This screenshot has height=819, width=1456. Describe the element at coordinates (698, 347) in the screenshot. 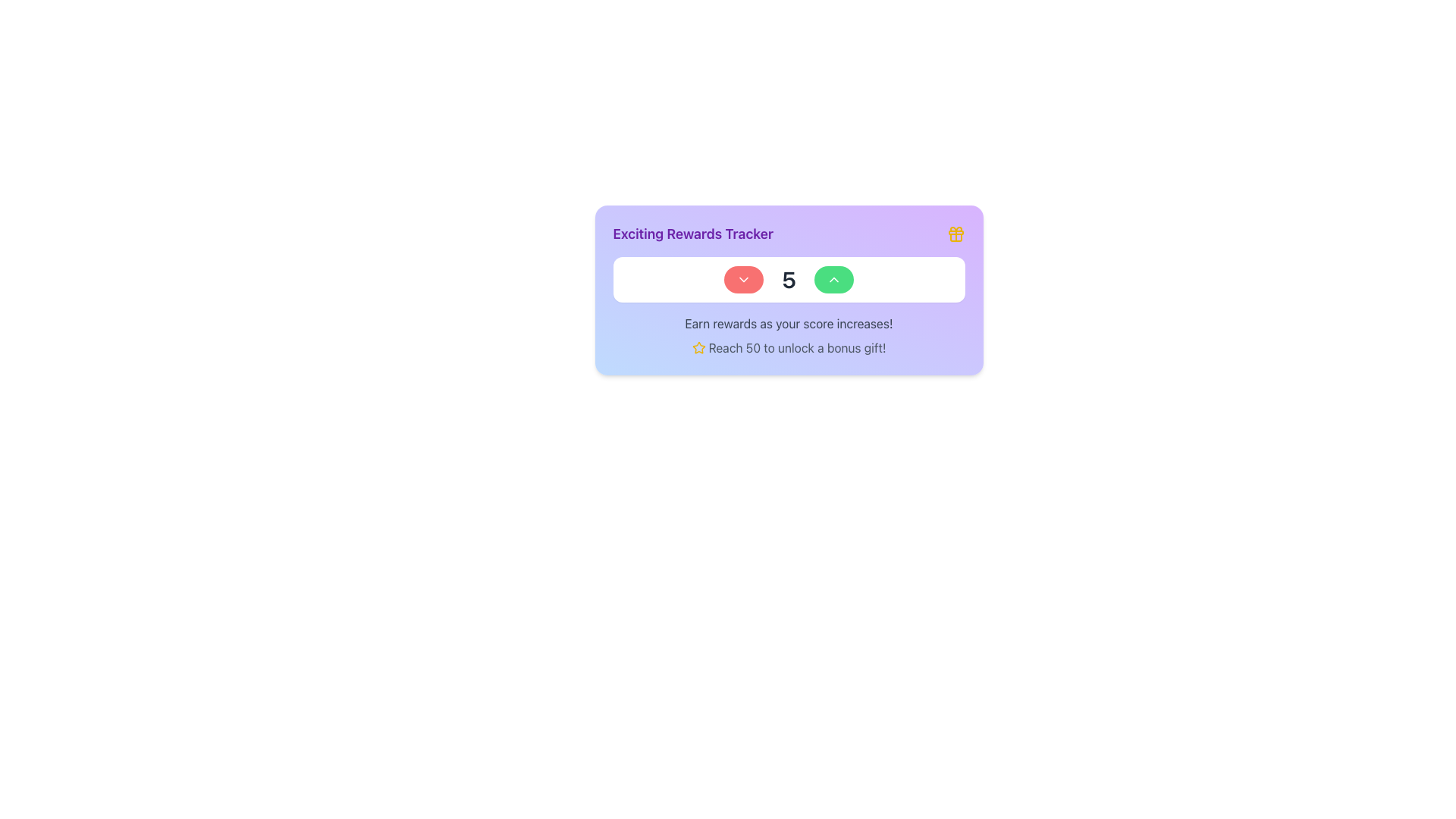

I see `the star-shaped yellow icon located in the top-right corner of the purple header section of the rewards tracker widget` at that location.